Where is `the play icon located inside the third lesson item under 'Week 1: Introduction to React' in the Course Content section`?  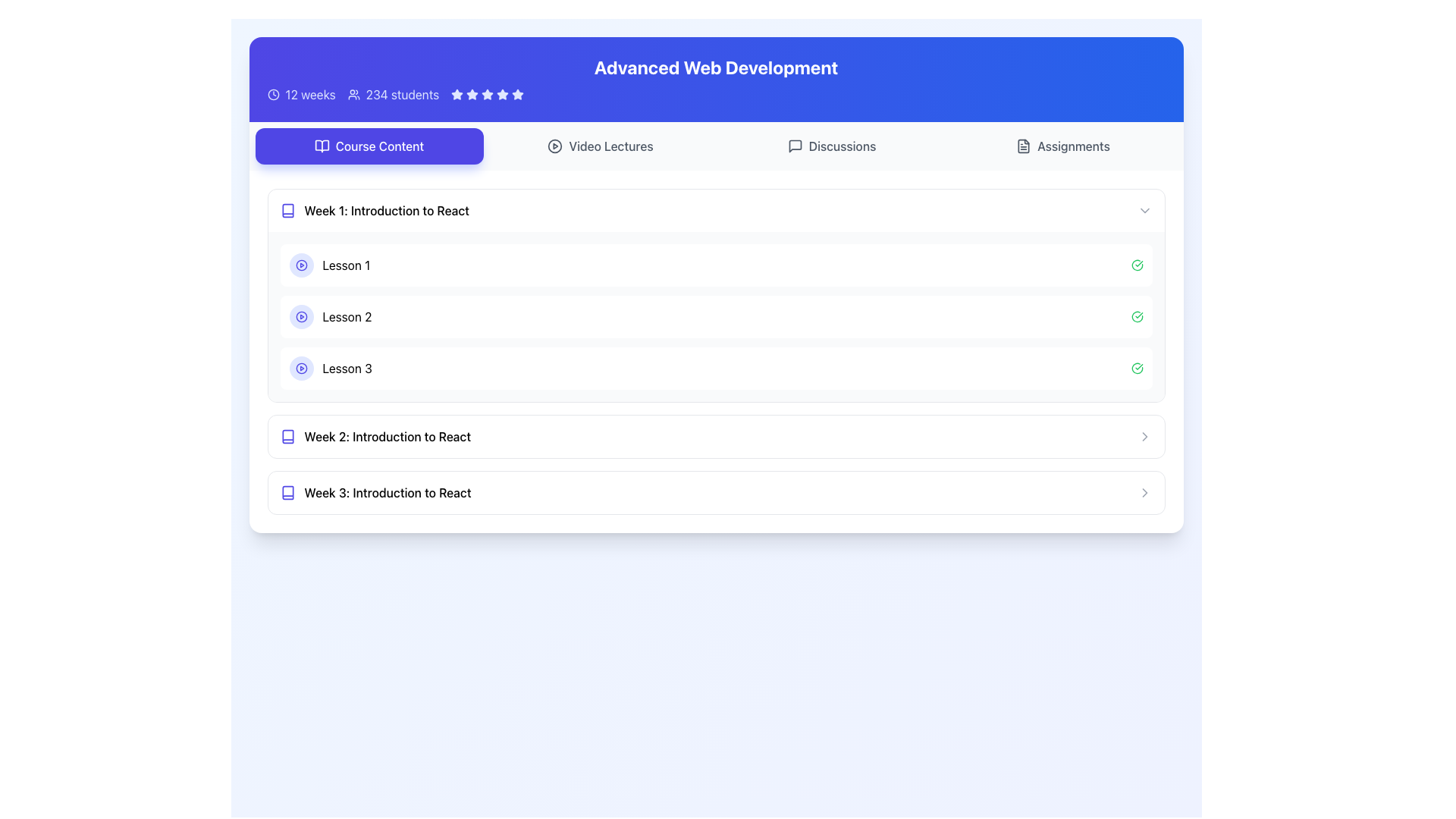
the play icon located inside the third lesson item under 'Week 1: Introduction to React' in the Course Content section is located at coordinates (301, 369).